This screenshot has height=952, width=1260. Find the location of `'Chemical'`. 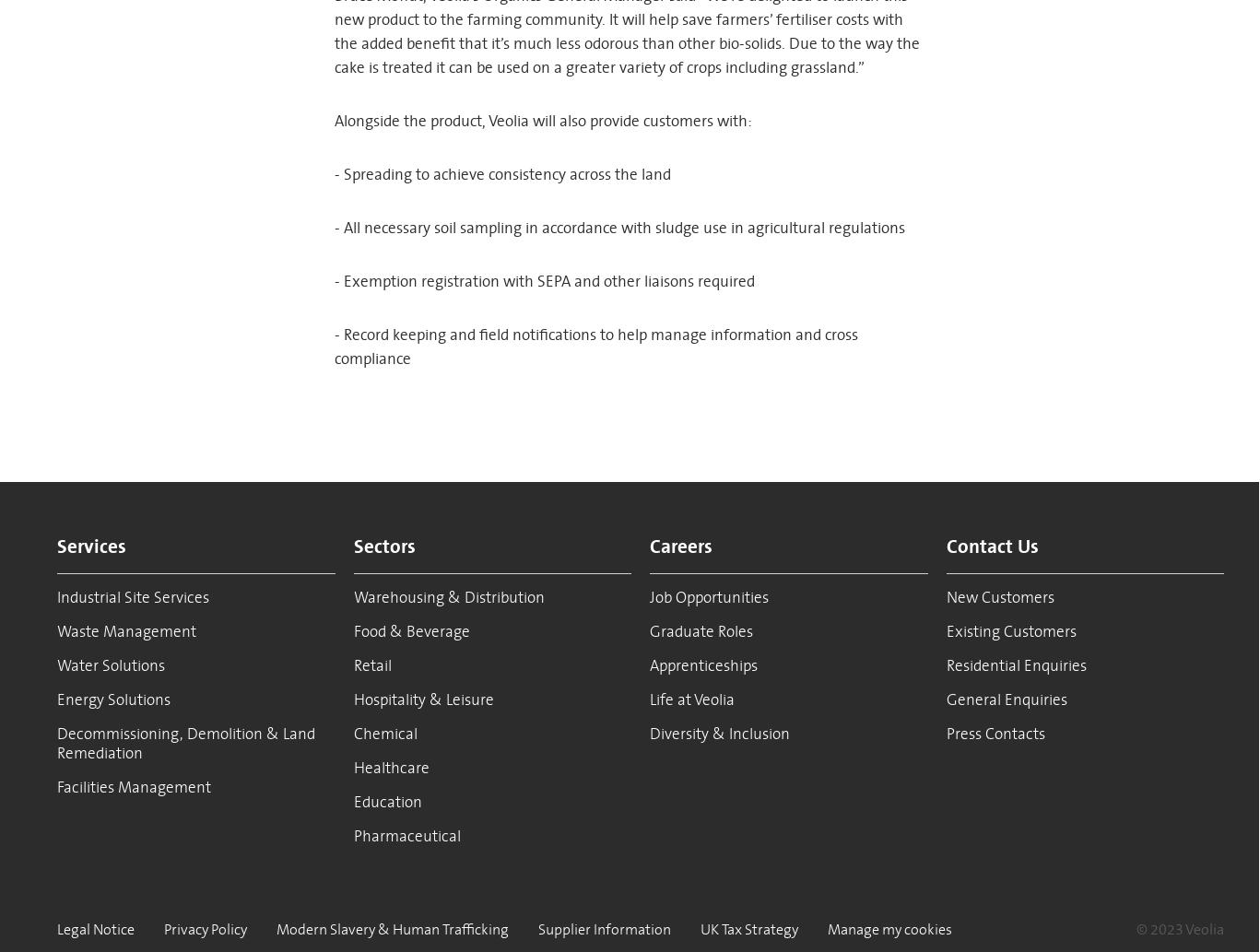

'Chemical' is located at coordinates (383, 734).